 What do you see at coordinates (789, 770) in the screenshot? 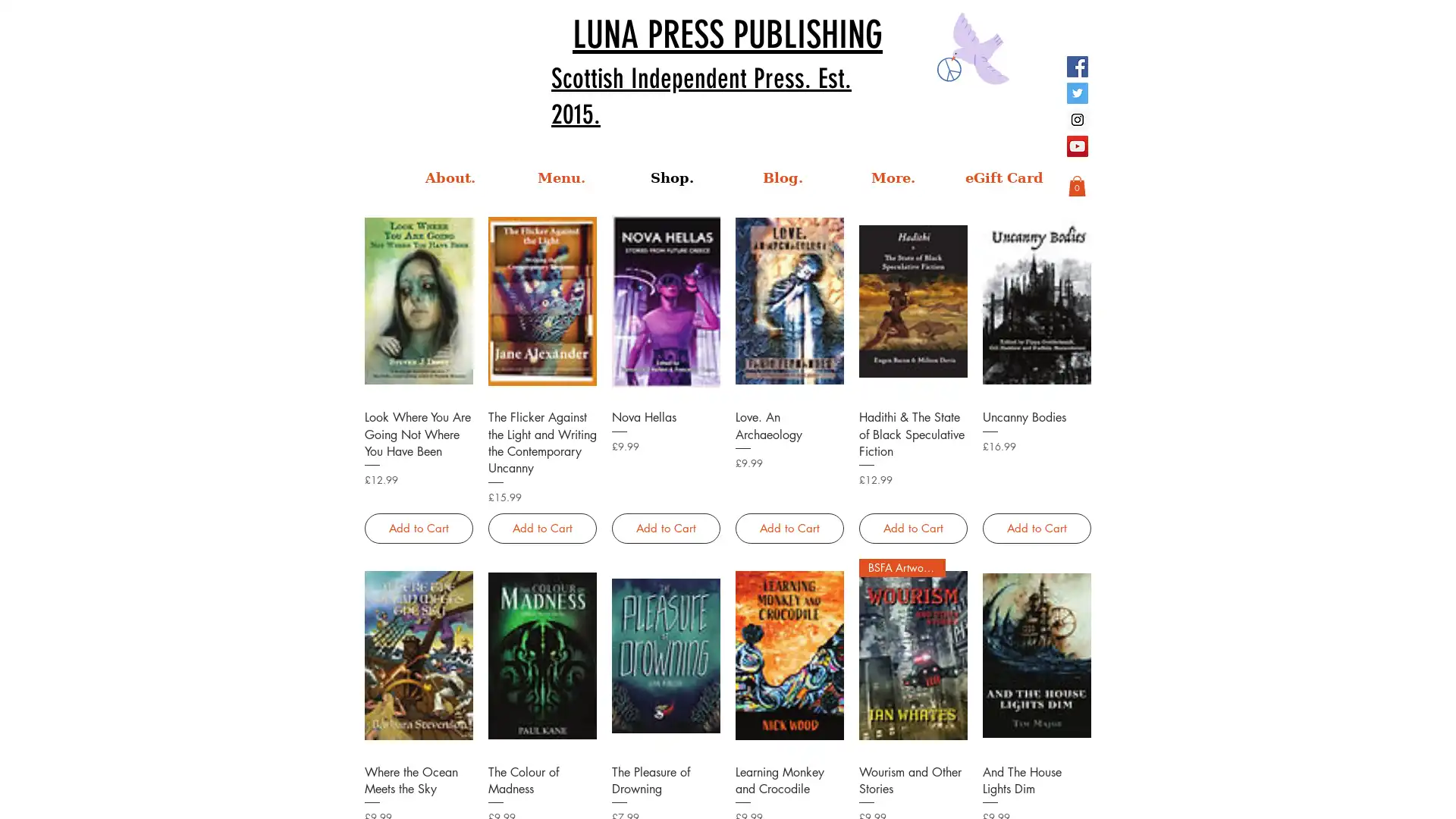
I see `Quick View` at bounding box center [789, 770].